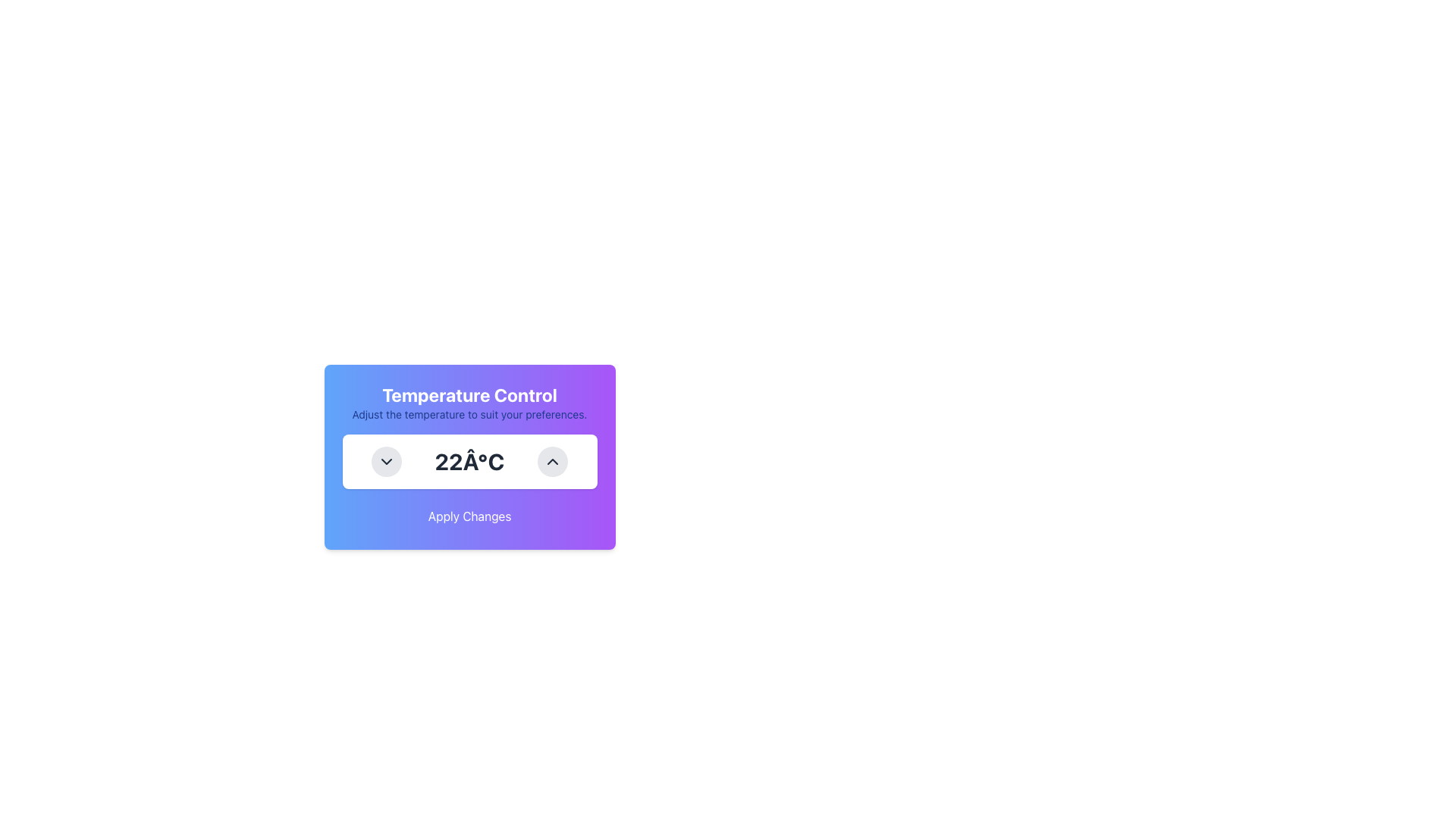  Describe the element at coordinates (386, 461) in the screenshot. I see `the chevron icon located inside the rounded button` at that location.